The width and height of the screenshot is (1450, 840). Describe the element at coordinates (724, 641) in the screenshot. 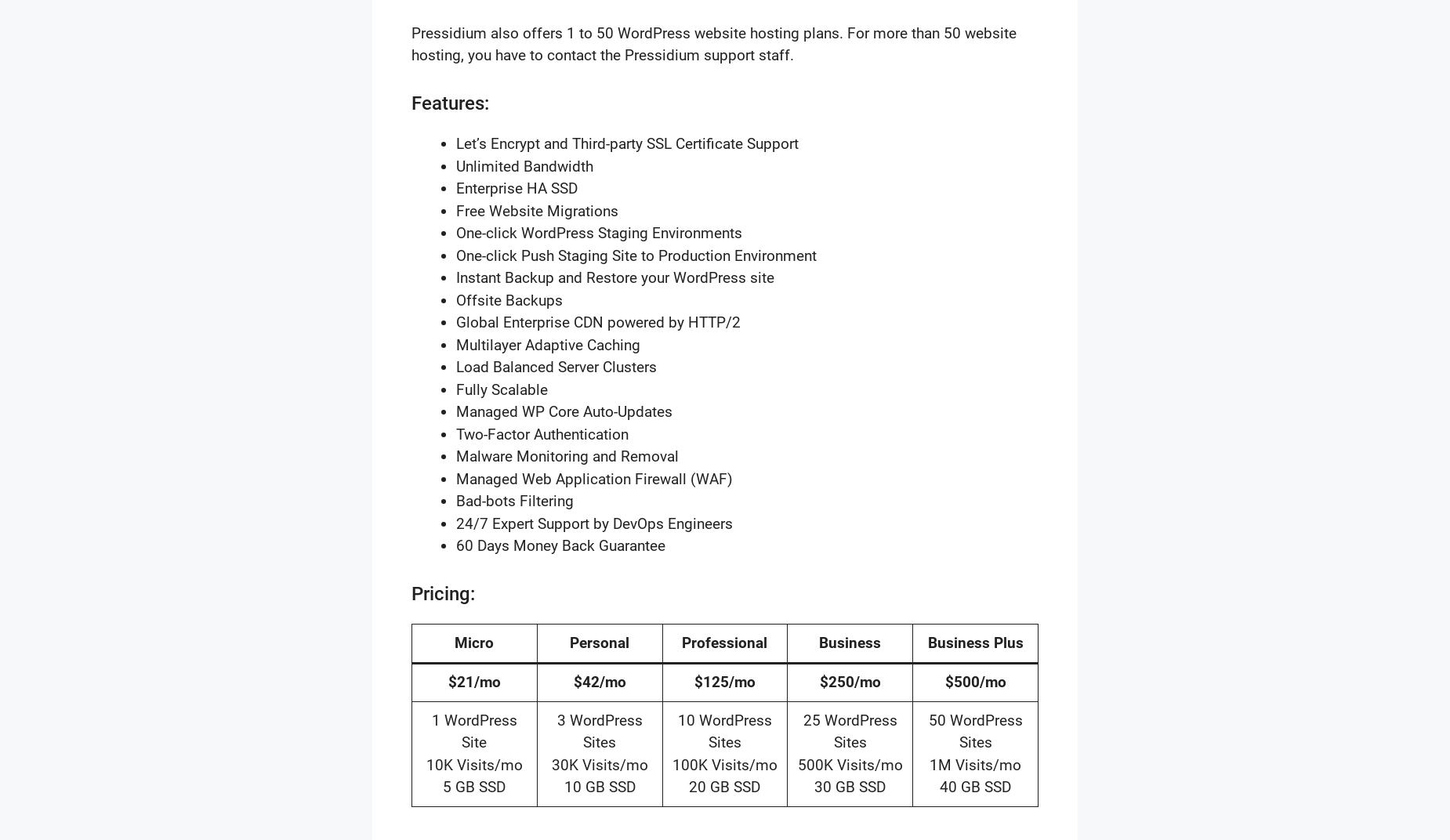

I see `'Professional'` at that location.